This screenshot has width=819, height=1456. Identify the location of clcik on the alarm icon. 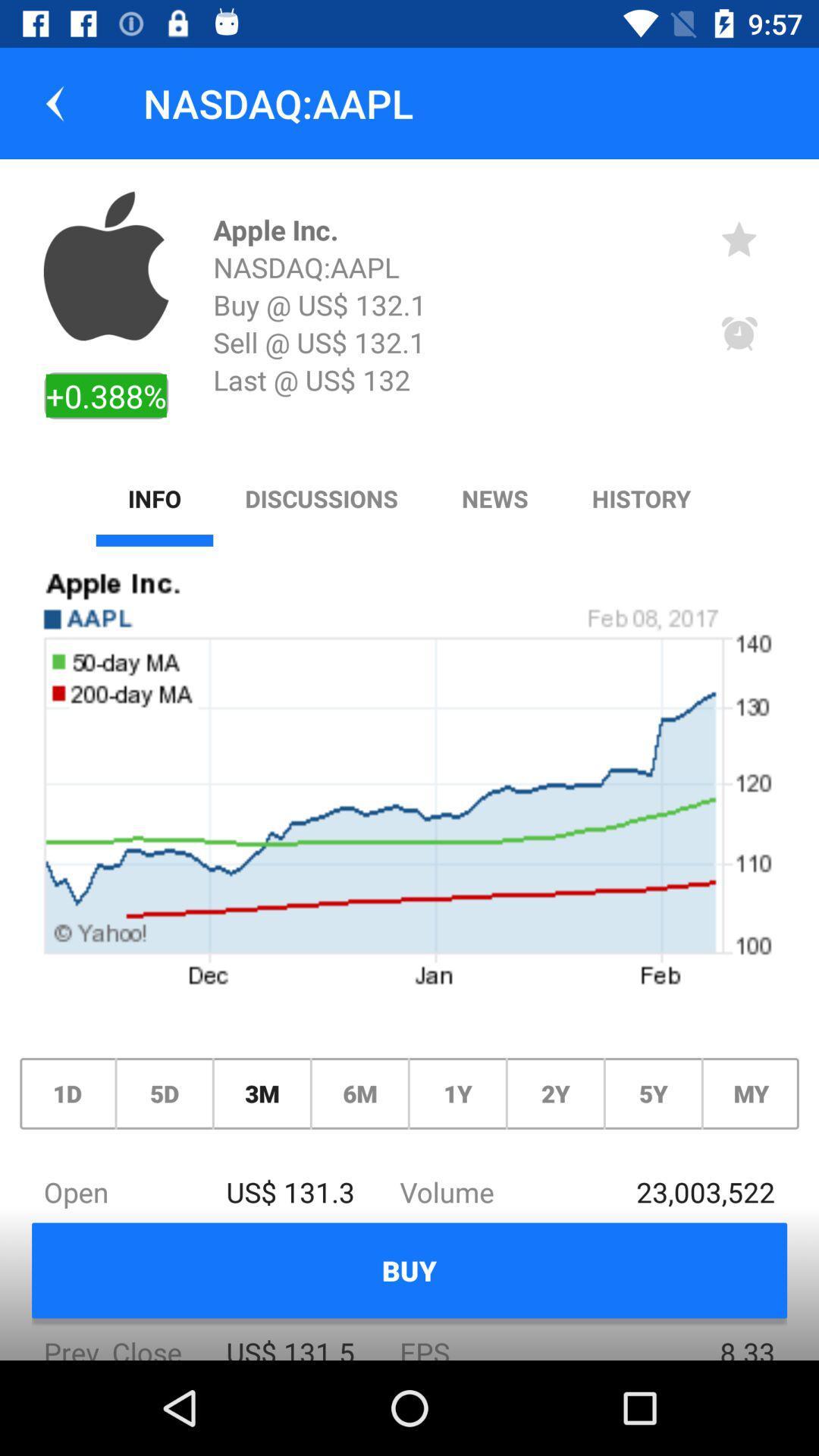
(739, 334).